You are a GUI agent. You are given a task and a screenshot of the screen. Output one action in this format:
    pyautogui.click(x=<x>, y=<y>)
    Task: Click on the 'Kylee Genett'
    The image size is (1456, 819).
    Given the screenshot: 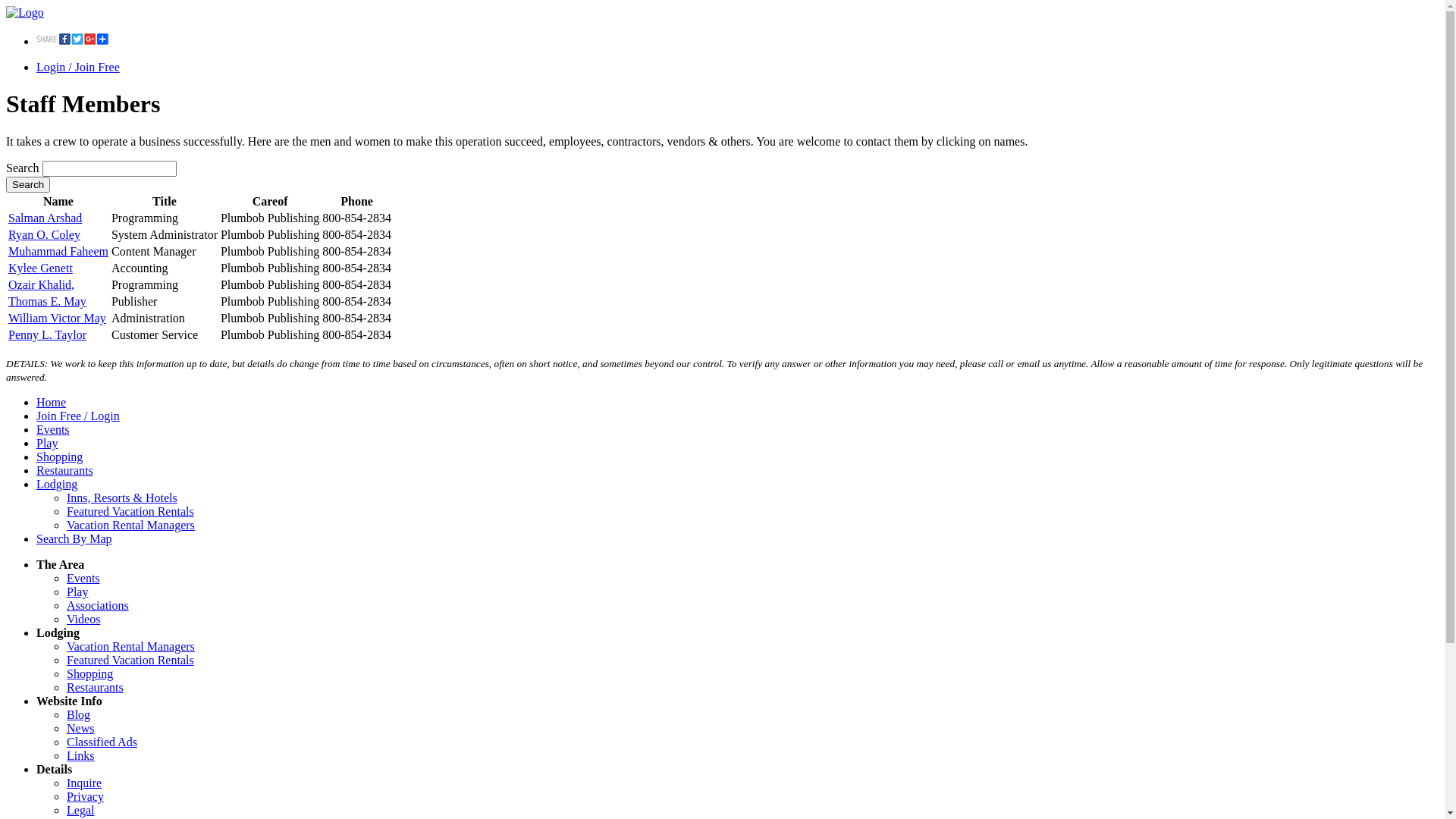 What is the action you would take?
    pyautogui.click(x=40, y=267)
    